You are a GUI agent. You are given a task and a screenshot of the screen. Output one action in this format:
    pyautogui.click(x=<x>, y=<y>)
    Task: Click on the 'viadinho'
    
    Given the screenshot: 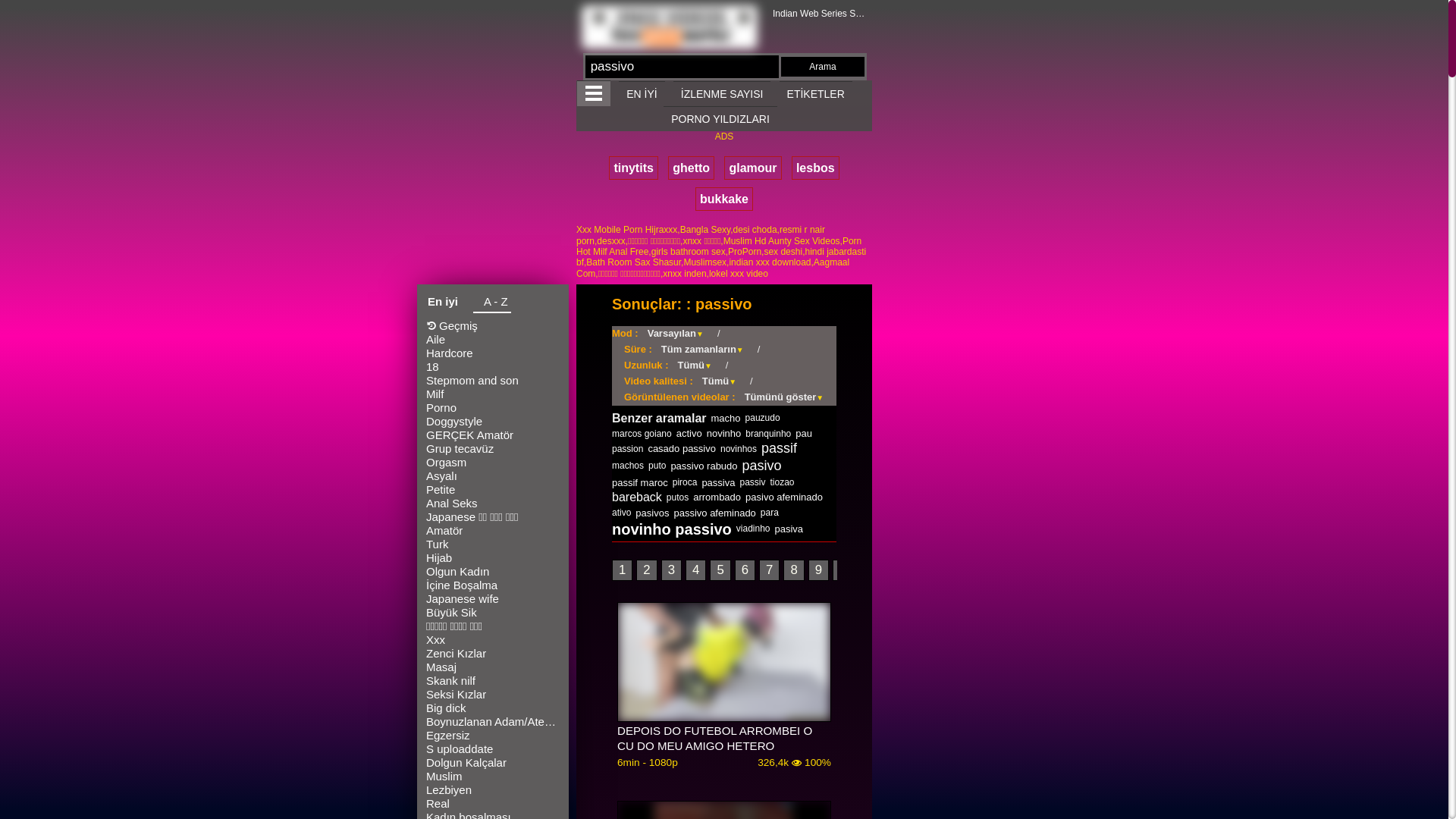 What is the action you would take?
    pyautogui.click(x=753, y=528)
    